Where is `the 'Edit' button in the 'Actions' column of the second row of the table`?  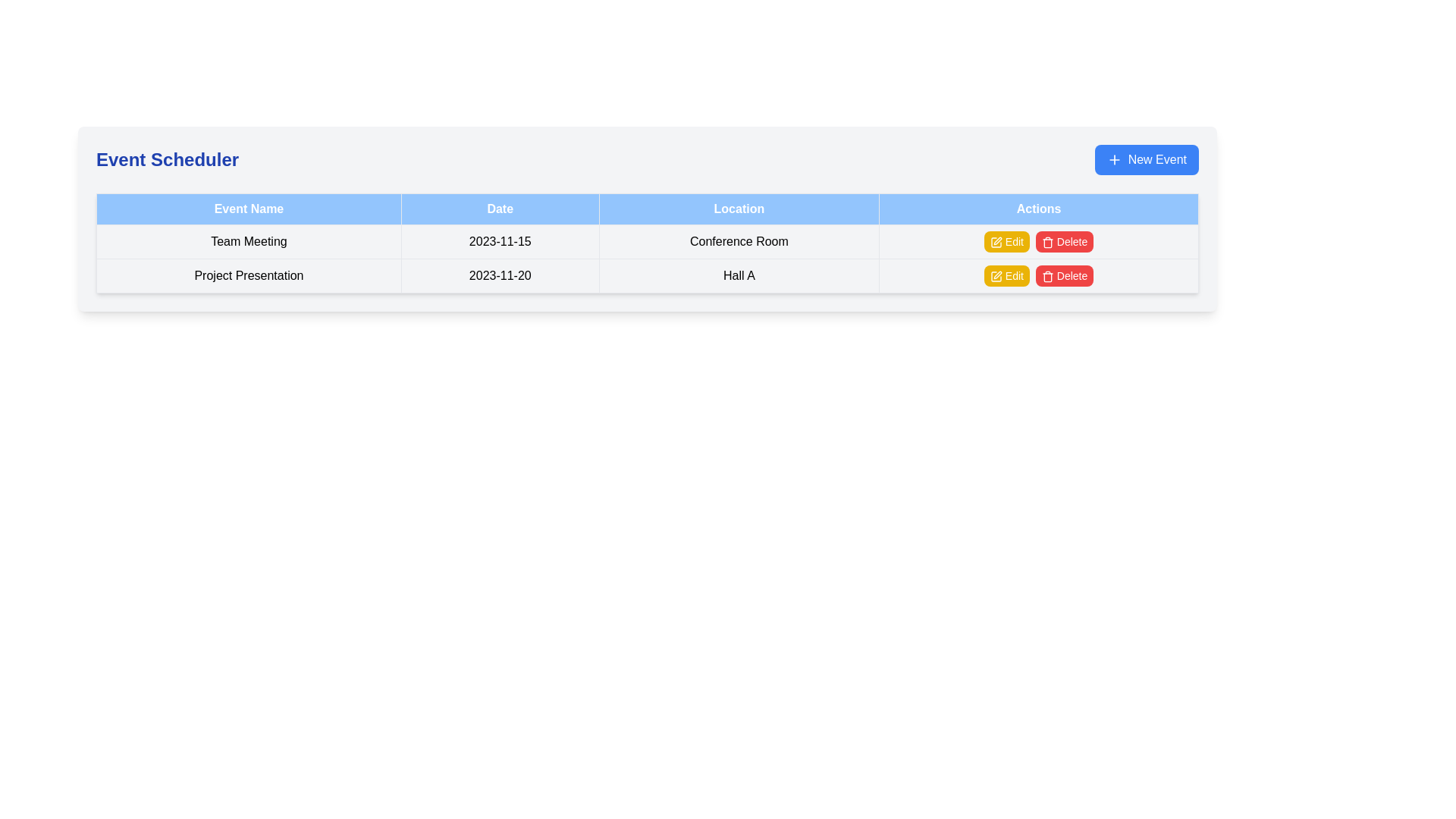
the 'Edit' button in the 'Actions' column of the second row of the table is located at coordinates (996, 277).